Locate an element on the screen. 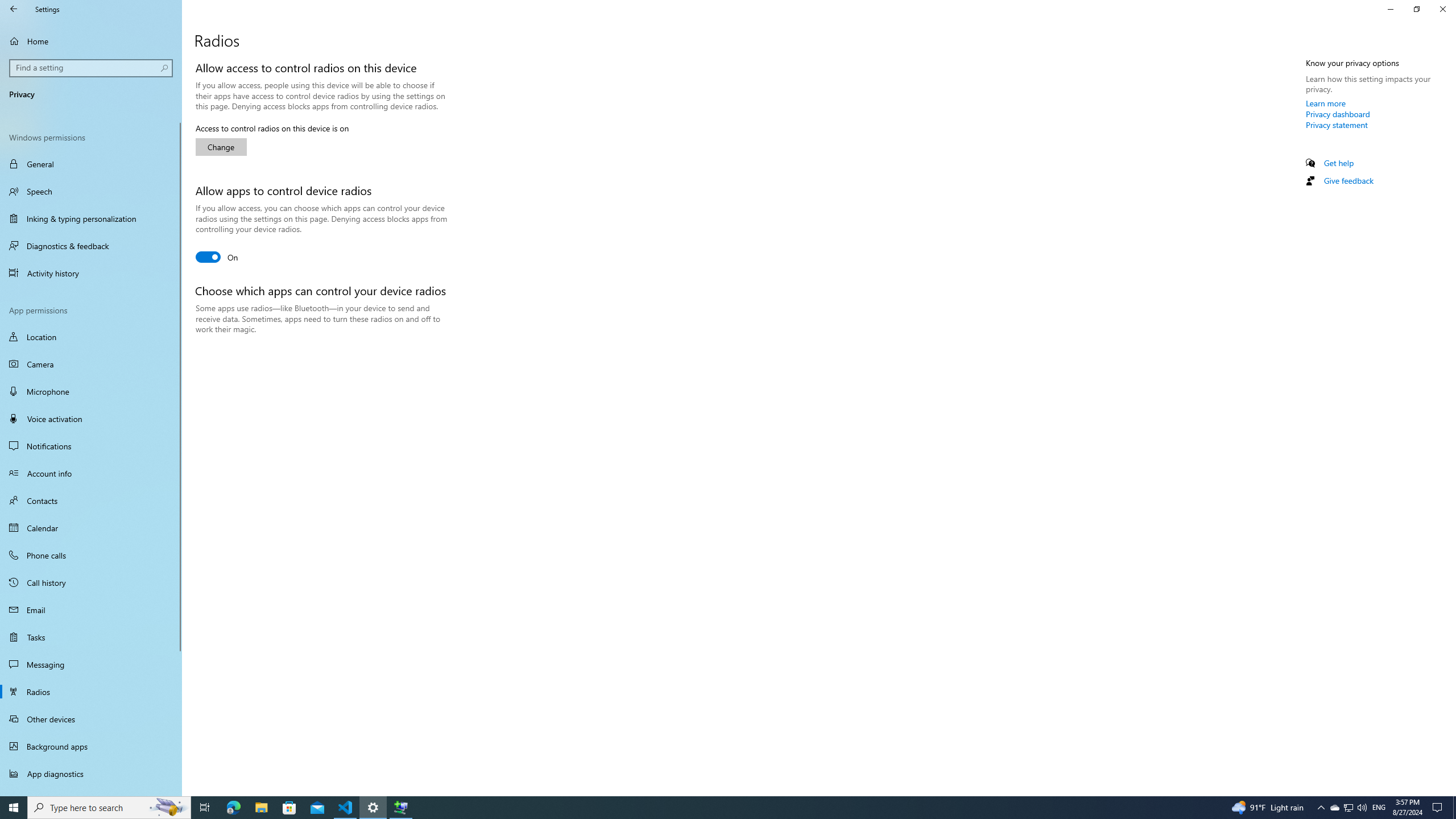 The height and width of the screenshot is (819, 1456). 'Search highlights icon opens search home window' is located at coordinates (167, 806).